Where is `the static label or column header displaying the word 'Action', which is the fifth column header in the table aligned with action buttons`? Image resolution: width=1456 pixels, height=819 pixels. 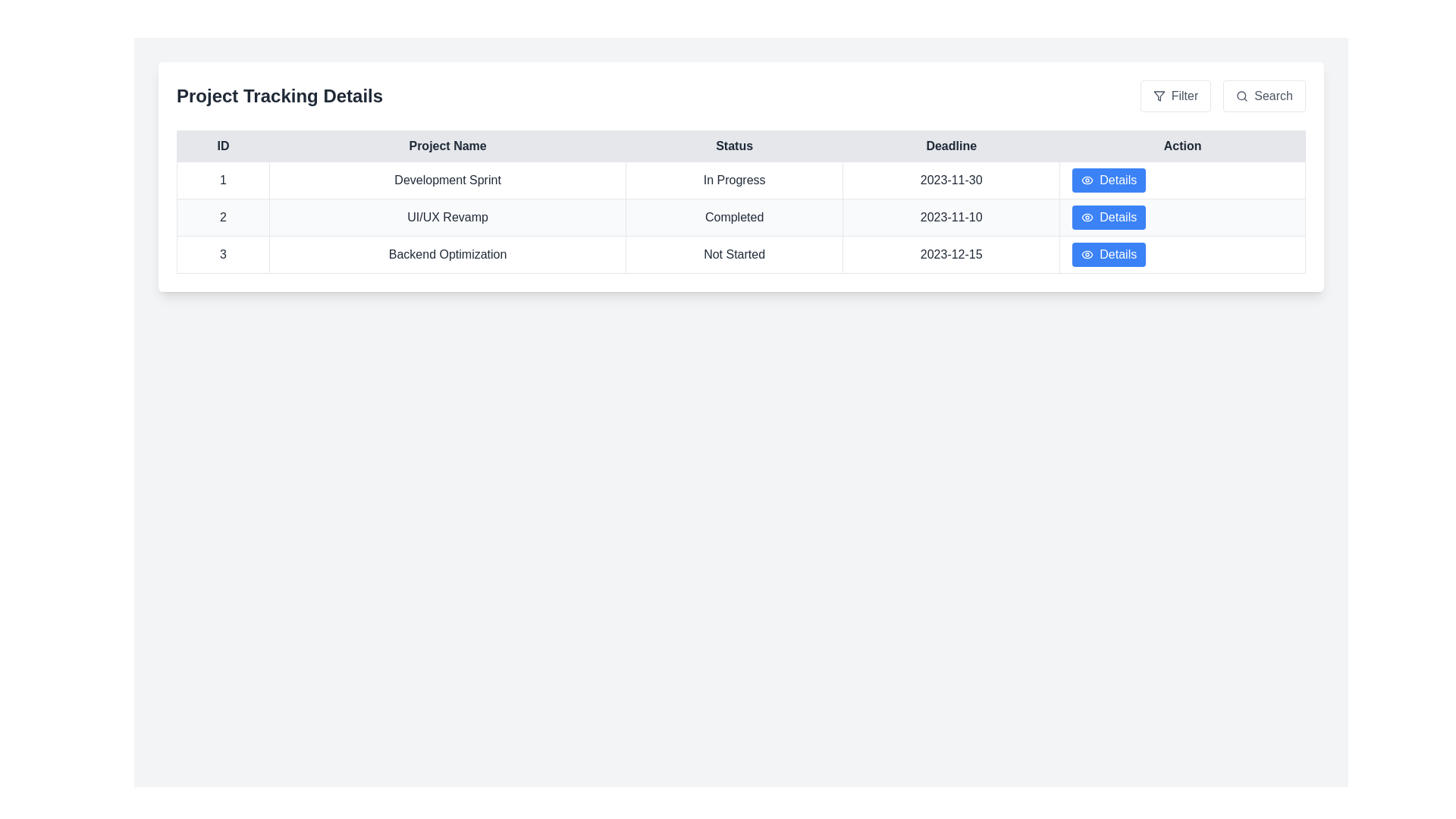
the static label or column header displaying the word 'Action', which is the fifth column header in the table aligned with action buttons is located at coordinates (1181, 146).